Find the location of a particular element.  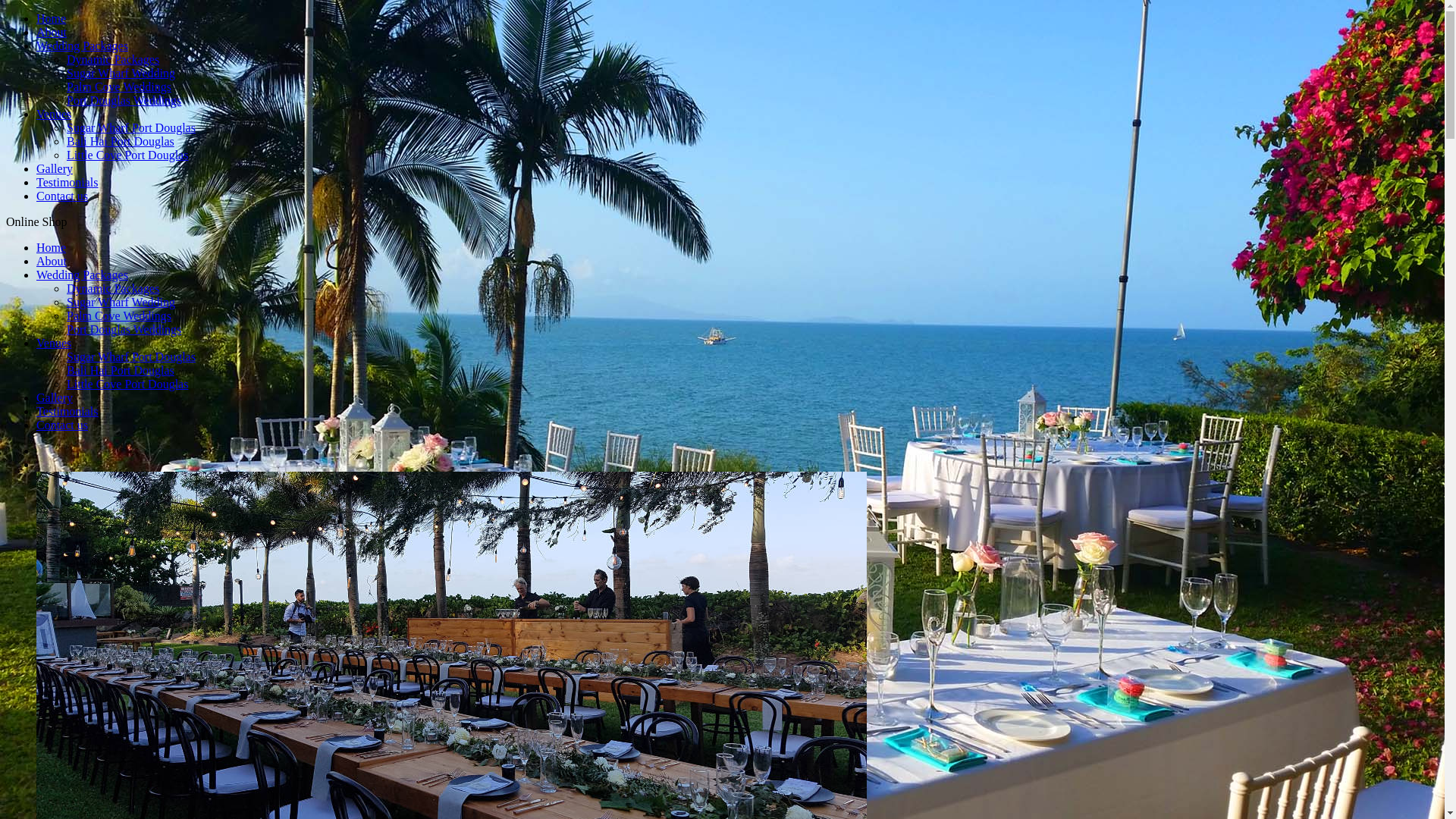

'Wedding Packages' is located at coordinates (81, 275).